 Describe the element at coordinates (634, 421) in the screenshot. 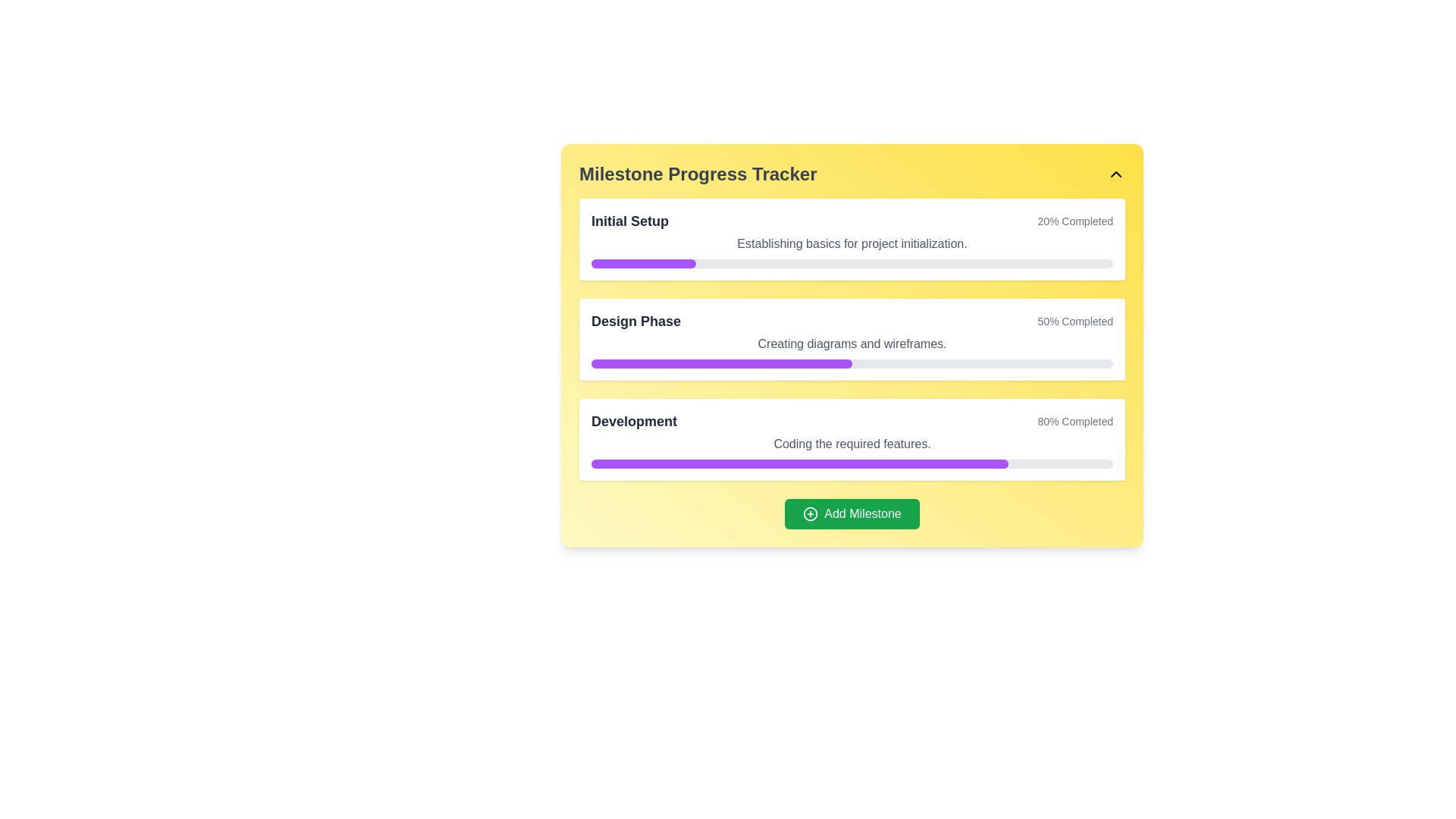

I see `bold text label displaying 'Development' which is prominently positioned at the beginning of its section in the progress tracker interface` at that location.